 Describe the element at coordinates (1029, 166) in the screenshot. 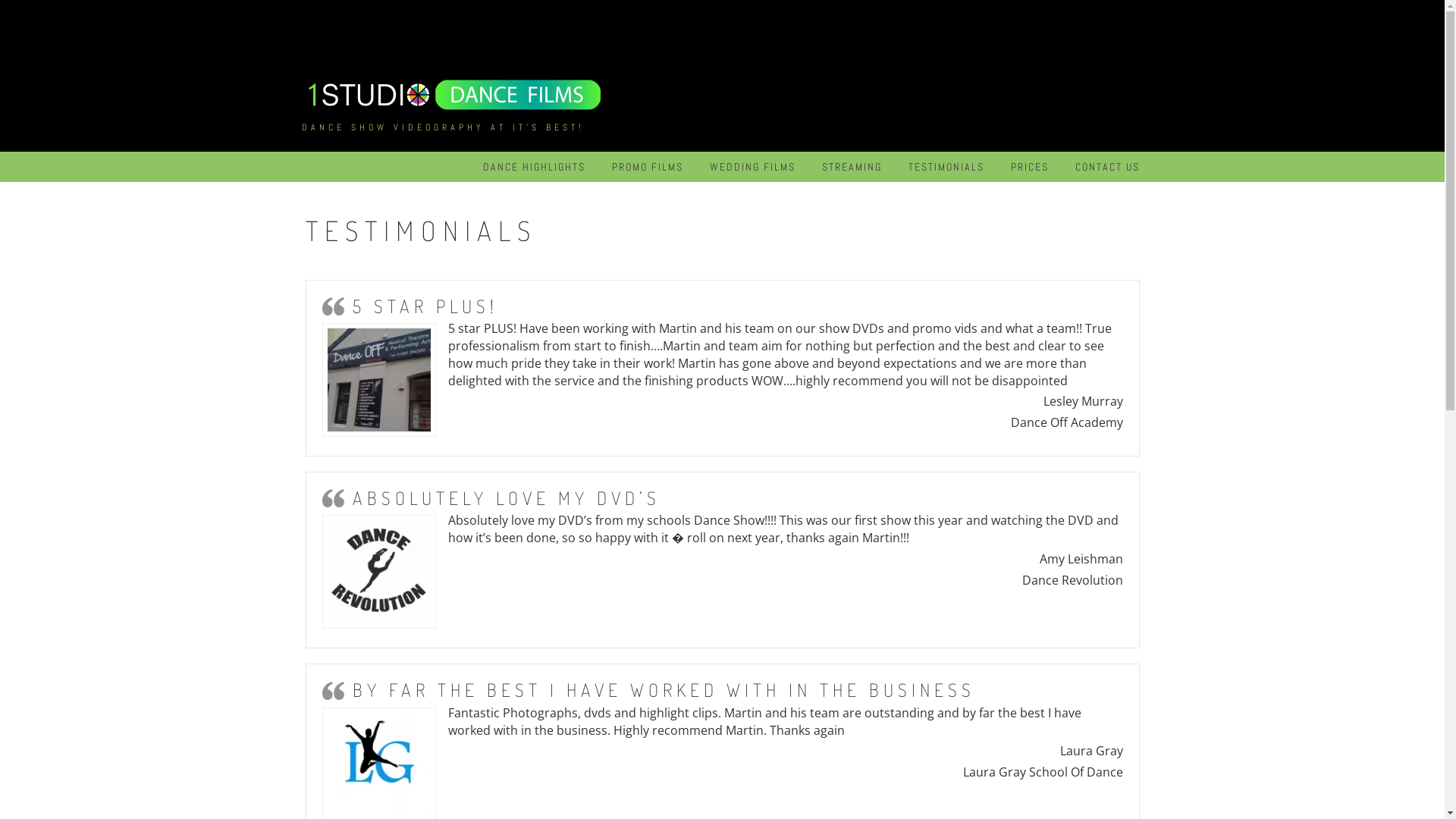

I see `'PRICES'` at that location.